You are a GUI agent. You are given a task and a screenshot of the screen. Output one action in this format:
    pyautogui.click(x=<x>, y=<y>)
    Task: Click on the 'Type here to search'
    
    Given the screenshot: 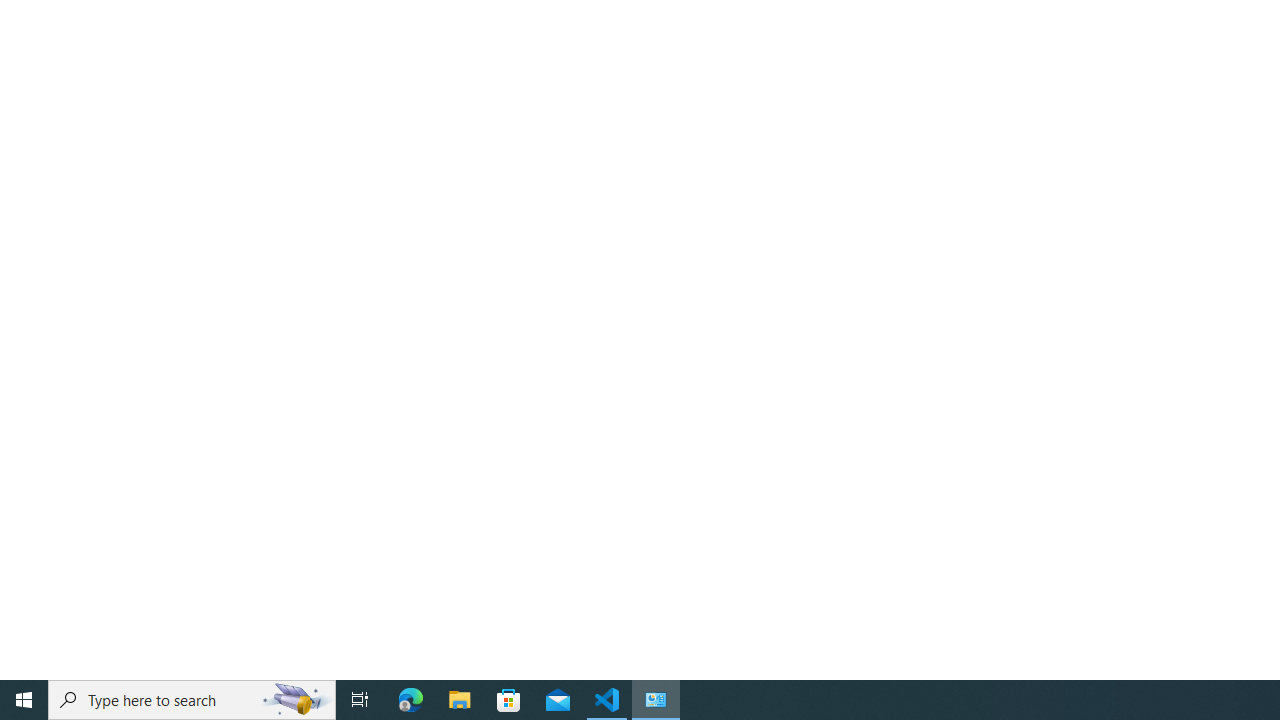 What is the action you would take?
    pyautogui.click(x=192, y=698)
    